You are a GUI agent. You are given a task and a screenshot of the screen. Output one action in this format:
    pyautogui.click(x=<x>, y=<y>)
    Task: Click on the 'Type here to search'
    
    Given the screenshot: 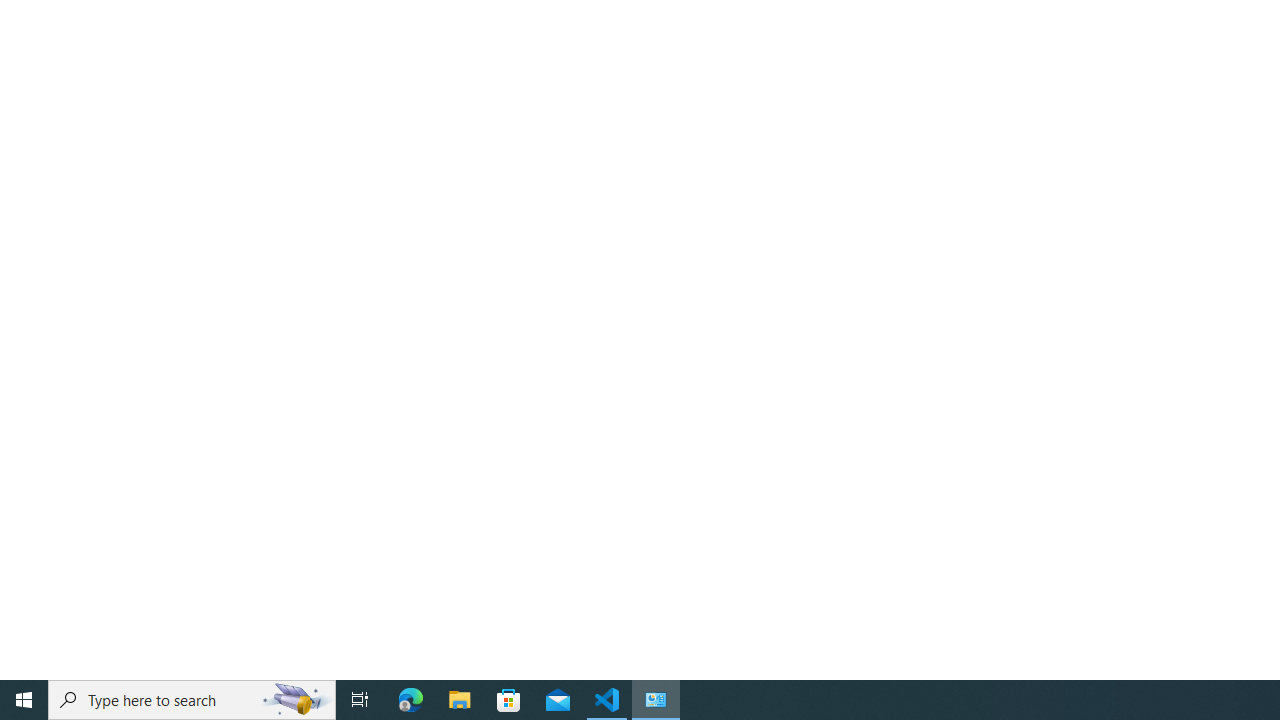 What is the action you would take?
    pyautogui.click(x=192, y=698)
    